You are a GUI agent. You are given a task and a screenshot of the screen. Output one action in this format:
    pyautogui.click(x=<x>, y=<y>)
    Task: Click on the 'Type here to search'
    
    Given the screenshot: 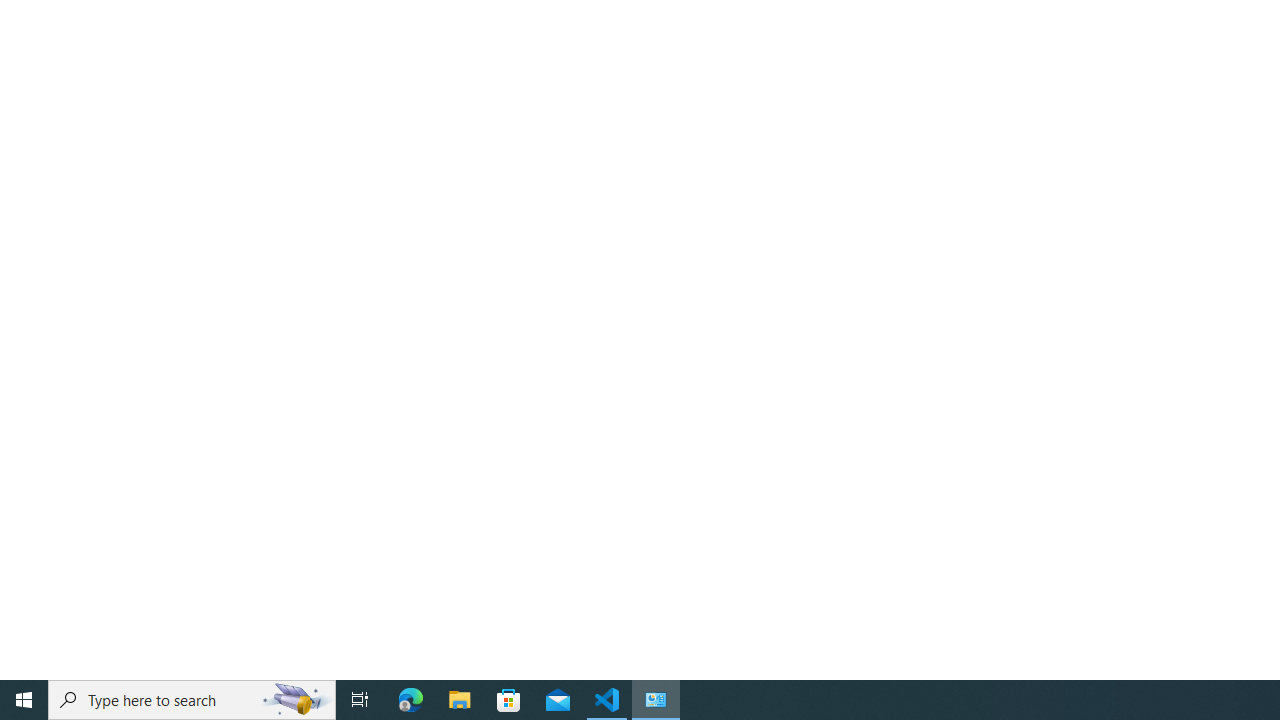 What is the action you would take?
    pyautogui.click(x=192, y=698)
    